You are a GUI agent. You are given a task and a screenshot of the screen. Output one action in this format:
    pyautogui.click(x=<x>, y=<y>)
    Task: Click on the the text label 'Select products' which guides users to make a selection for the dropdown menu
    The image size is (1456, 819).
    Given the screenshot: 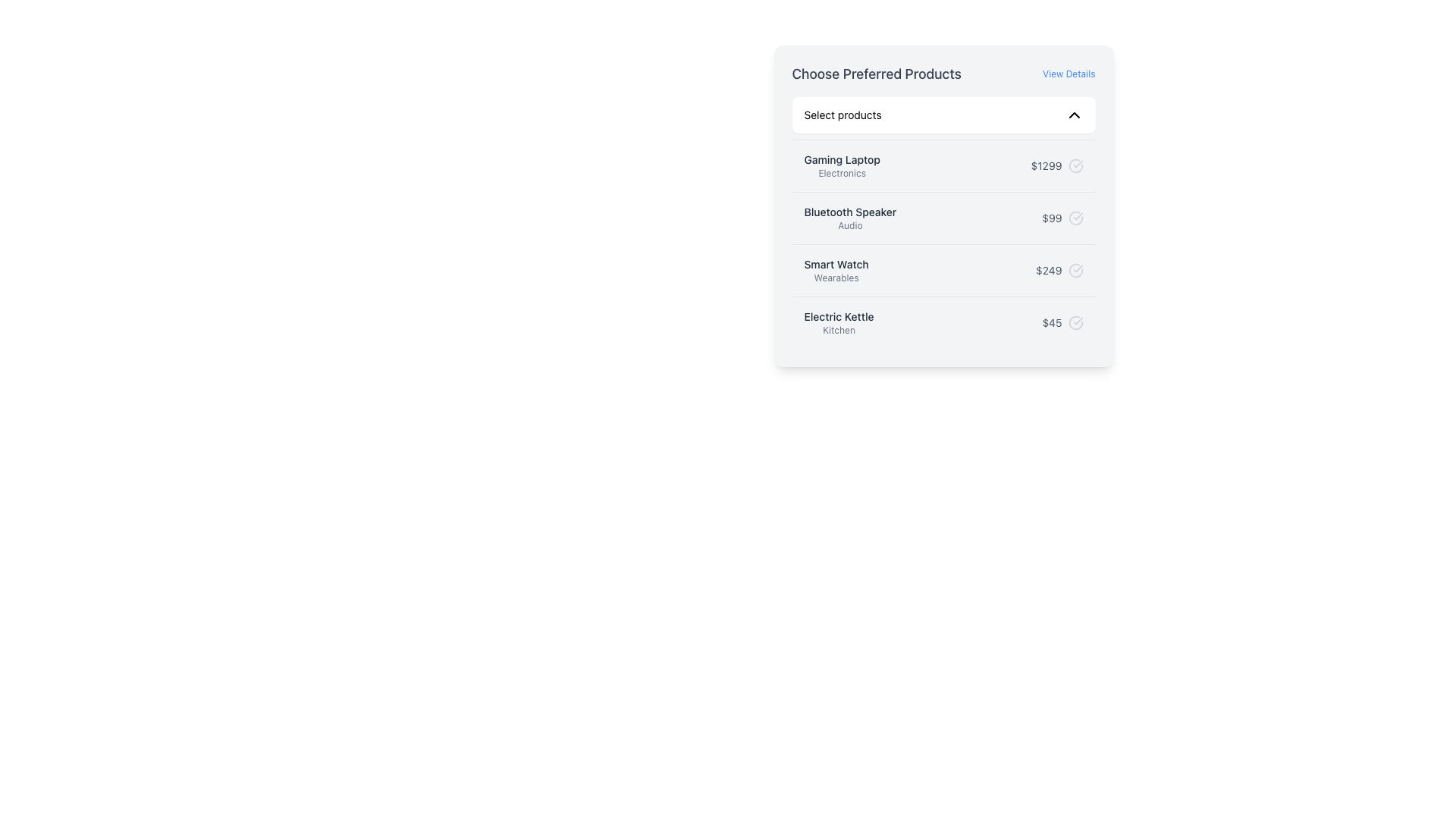 What is the action you would take?
    pyautogui.click(x=842, y=114)
    